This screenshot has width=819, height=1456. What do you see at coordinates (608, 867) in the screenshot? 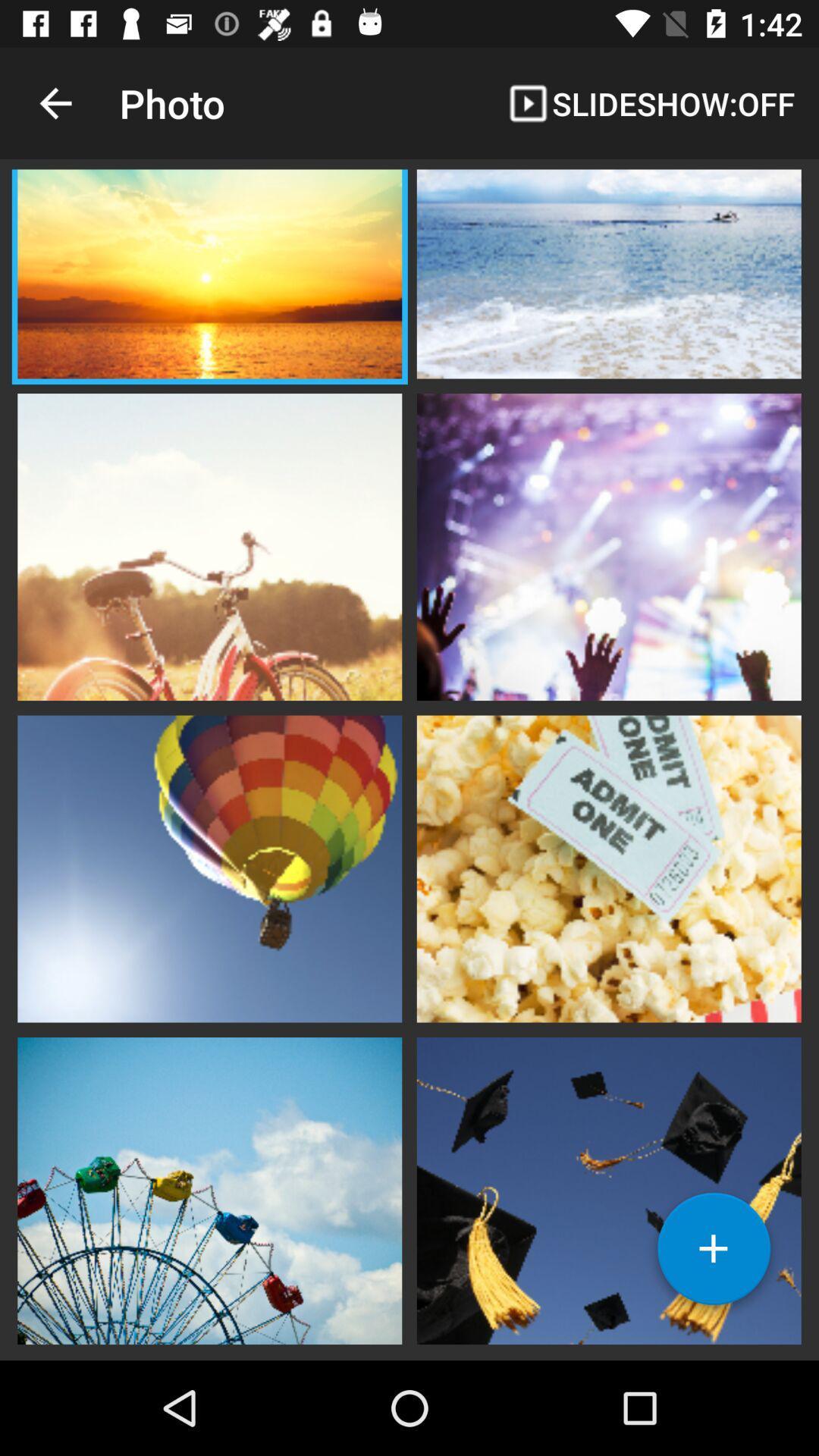
I see `the image` at bounding box center [608, 867].